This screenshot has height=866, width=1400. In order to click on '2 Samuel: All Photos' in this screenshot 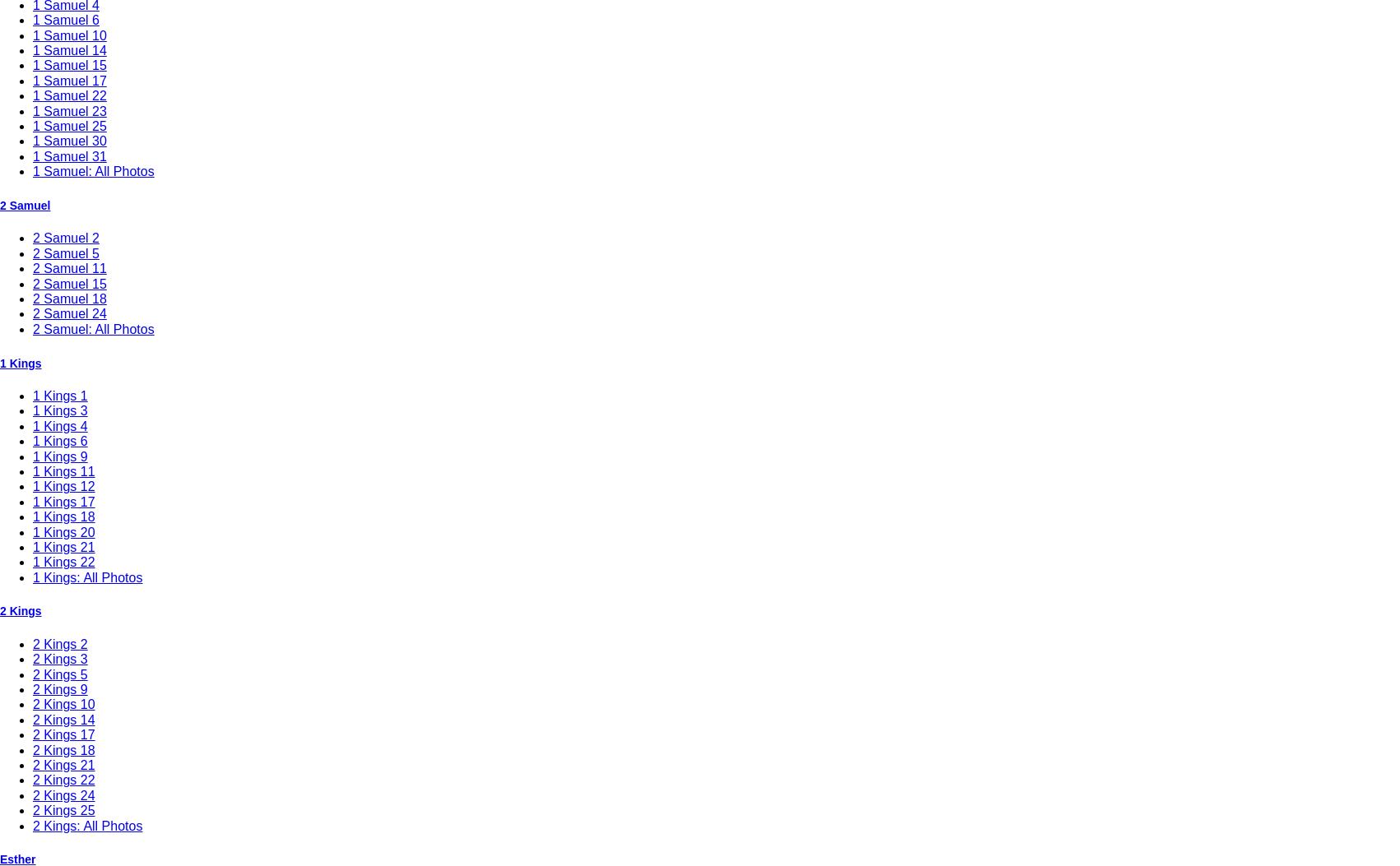, I will do `click(93, 328)`.